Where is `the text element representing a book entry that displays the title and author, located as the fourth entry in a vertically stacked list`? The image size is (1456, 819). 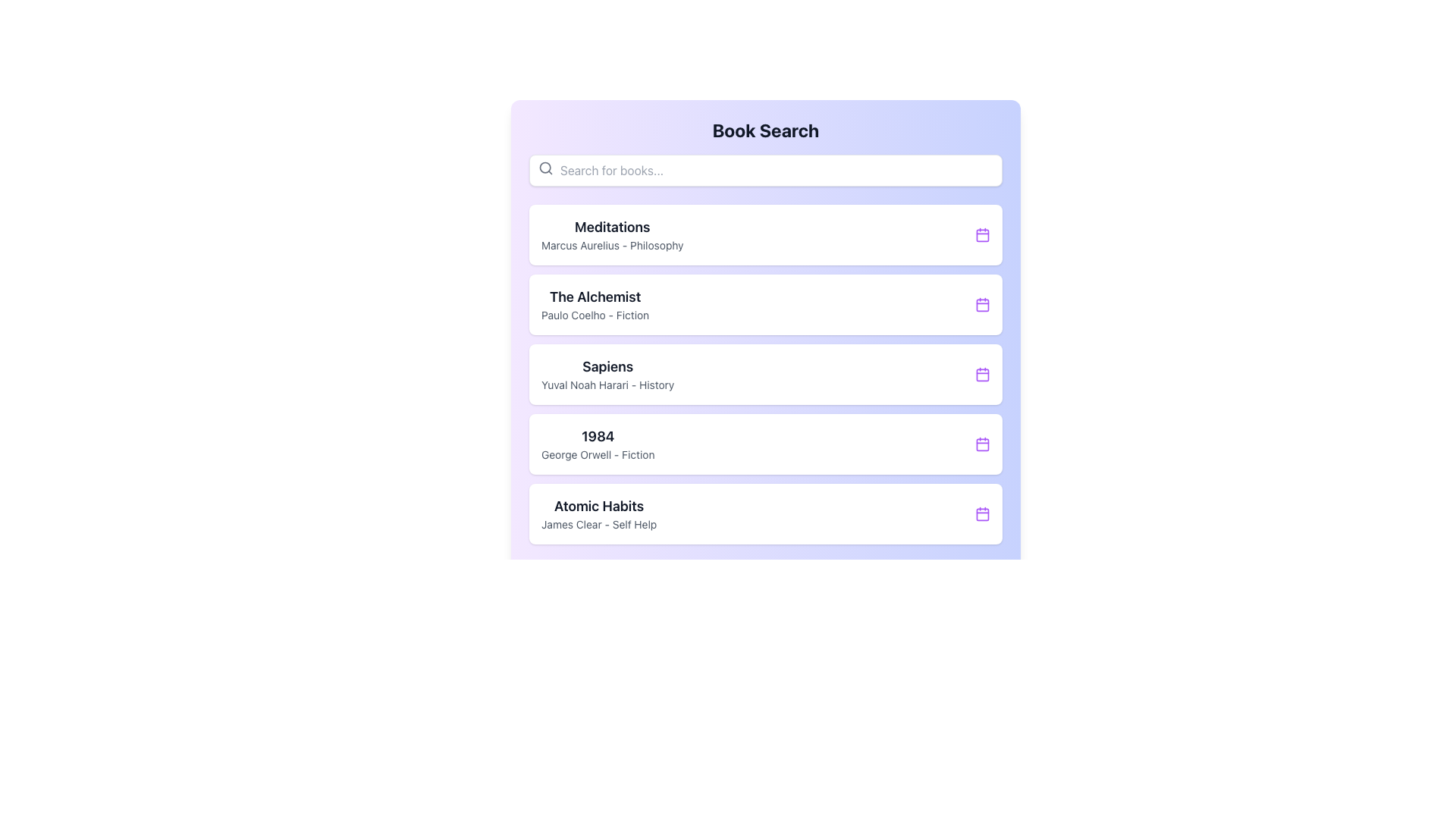
the text element representing a book entry that displays the title and author, located as the fourth entry in a vertically stacked list is located at coordinates (597, 444).